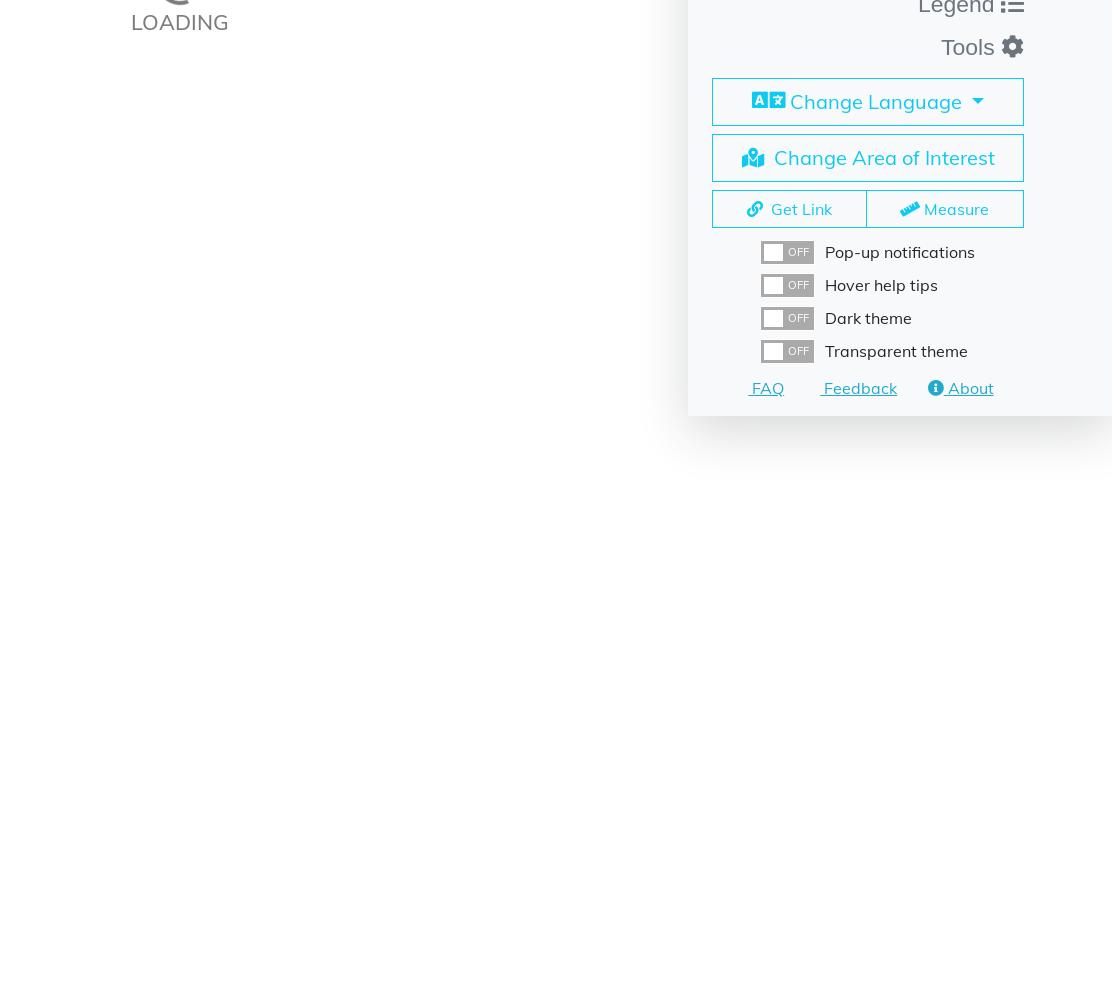  What do you see at coordinates (881, 156) in the screenshot?
I see `'Change Area of Interest'` at bounding box center [881, 156].